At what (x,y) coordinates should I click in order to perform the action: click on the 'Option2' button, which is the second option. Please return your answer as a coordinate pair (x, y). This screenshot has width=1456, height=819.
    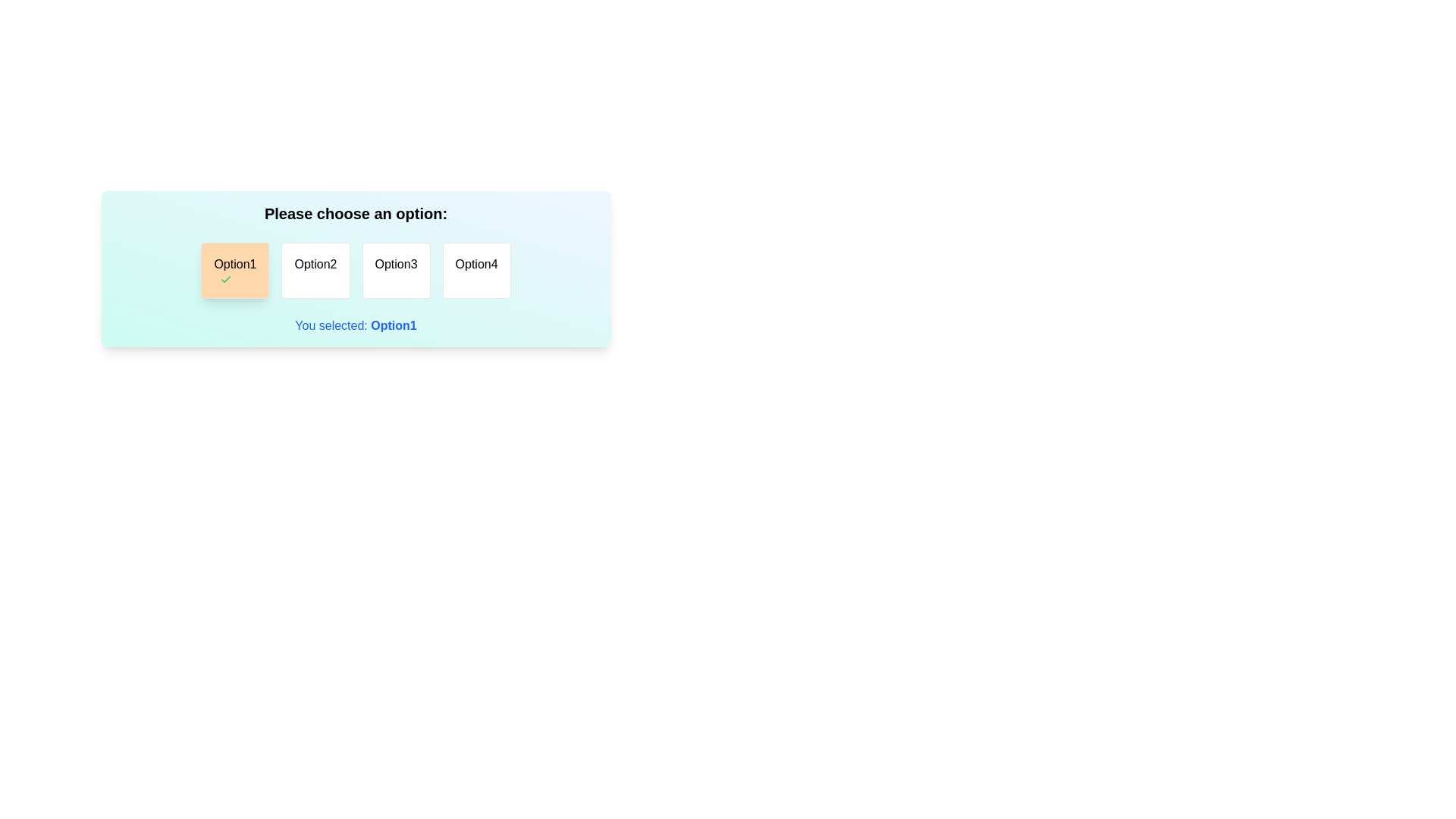
    Looking at the image, I should click on (315, 262).